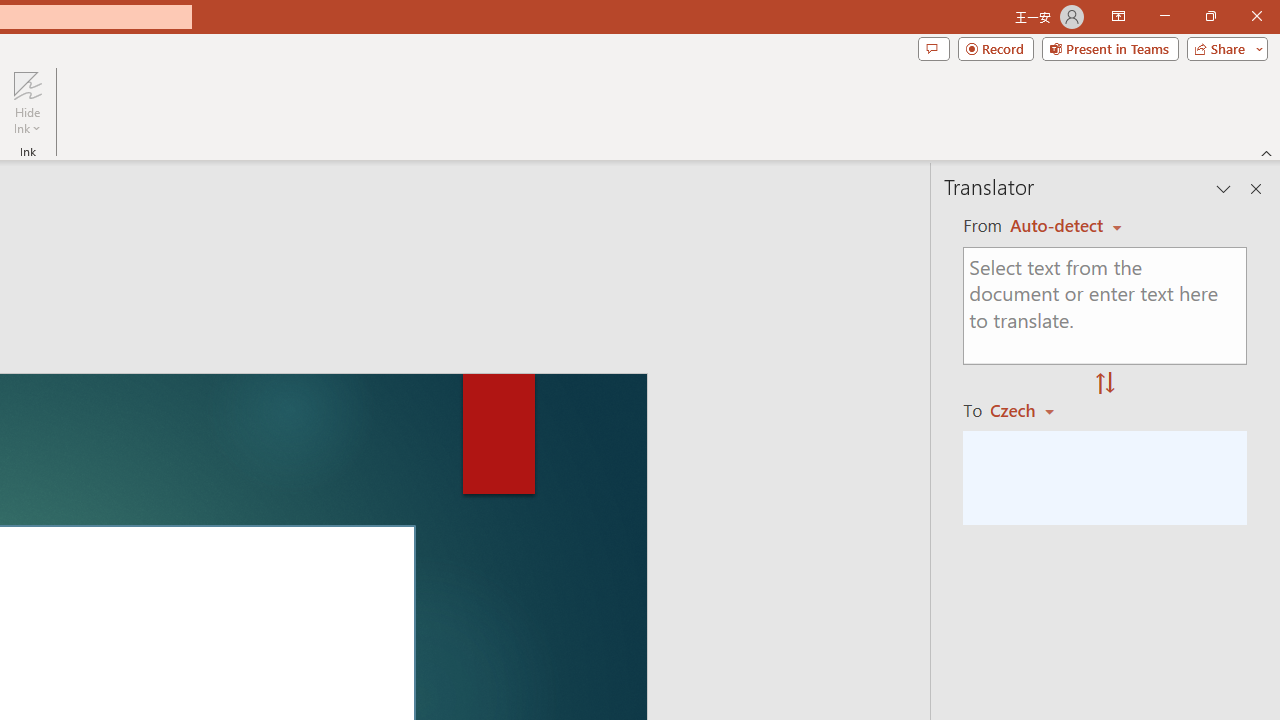 Image resolution: width=1280 pixels, height=720 pixels. What do you see at coordinates (1031, 409) in the screenshot?
I see `'Czech'` at bounding box center [1031, 409].